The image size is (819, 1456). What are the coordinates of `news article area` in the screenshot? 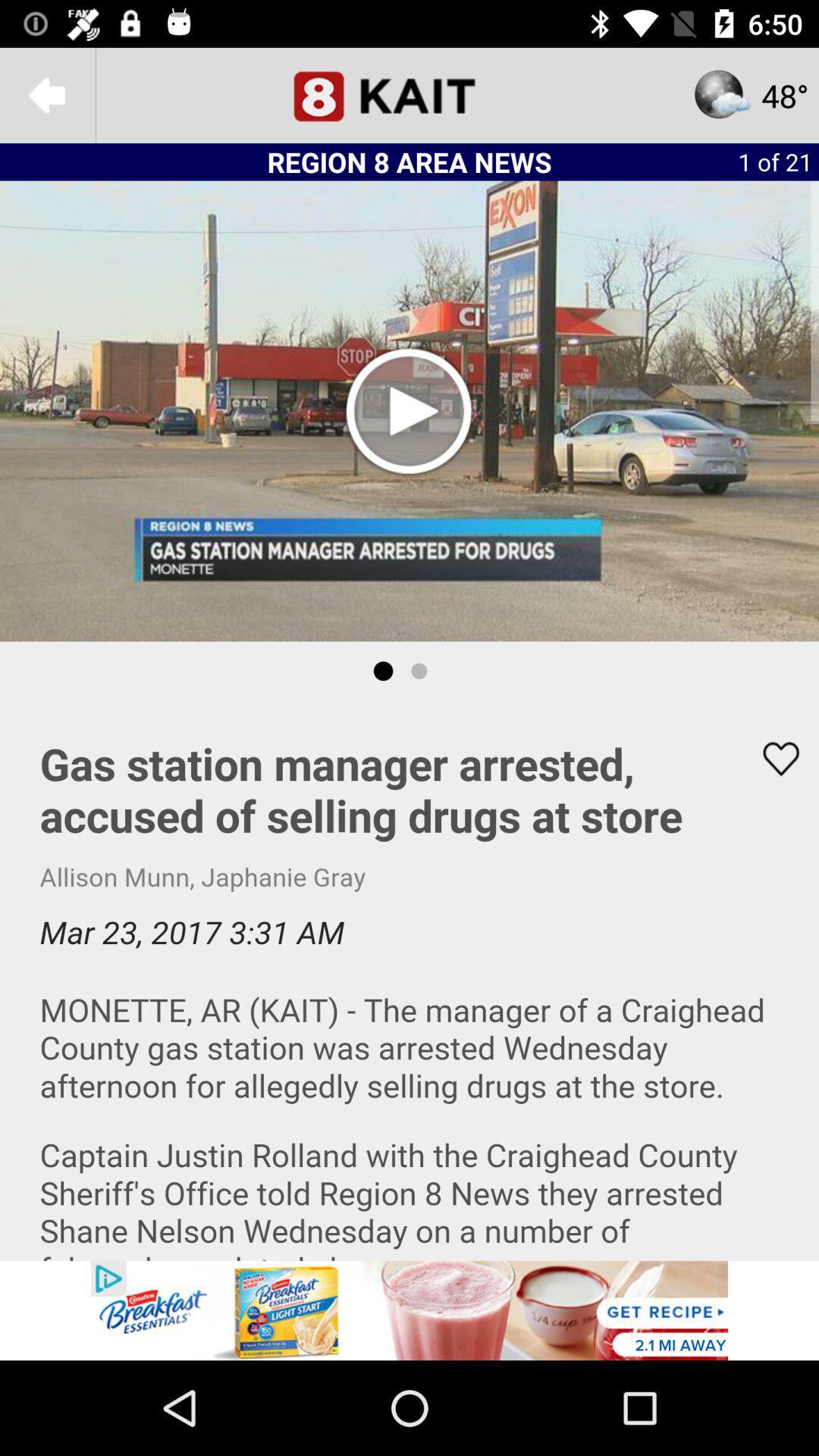 It's located at (409, 981).